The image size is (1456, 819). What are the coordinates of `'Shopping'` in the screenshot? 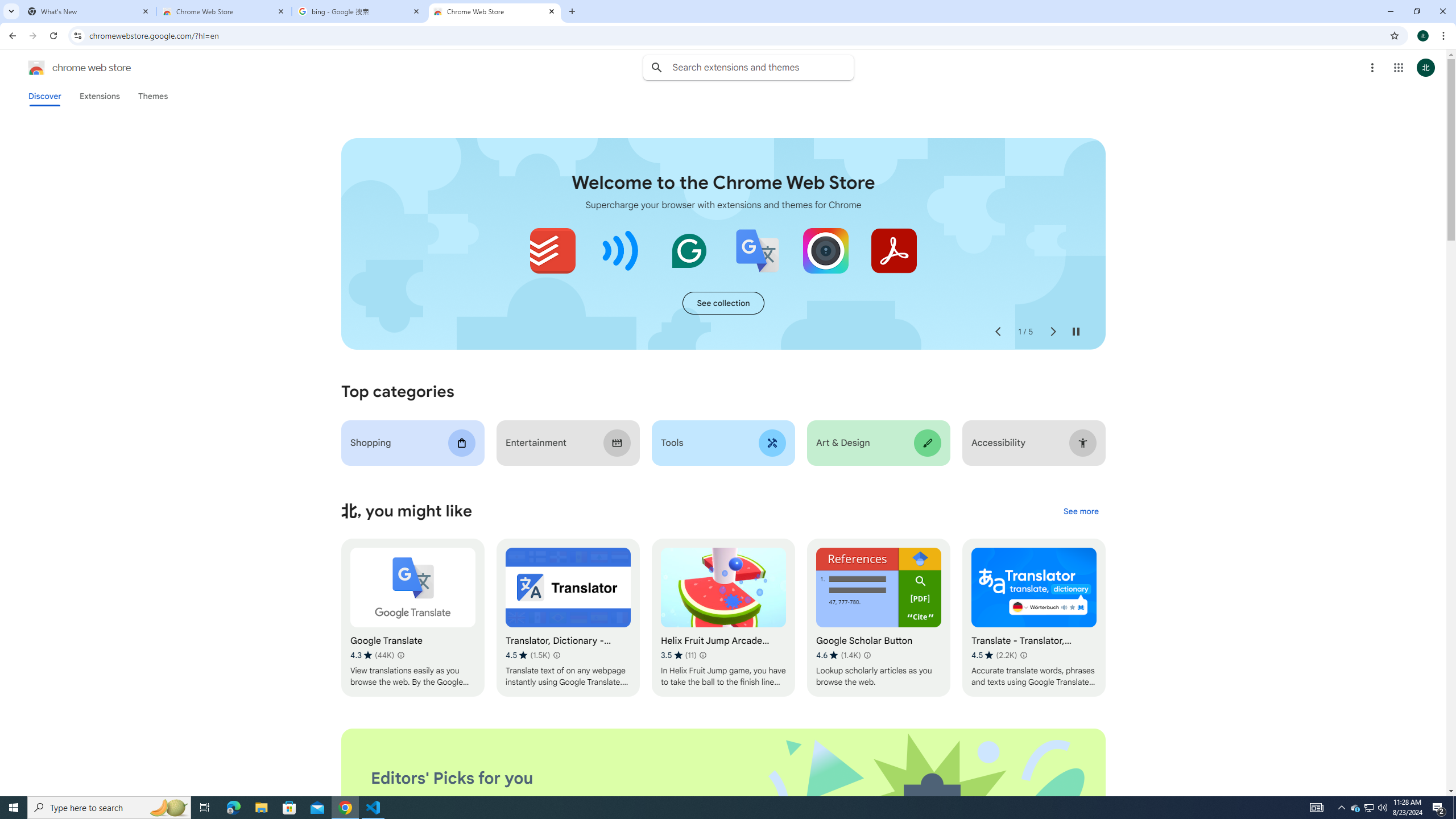 It's located at (412, 442).